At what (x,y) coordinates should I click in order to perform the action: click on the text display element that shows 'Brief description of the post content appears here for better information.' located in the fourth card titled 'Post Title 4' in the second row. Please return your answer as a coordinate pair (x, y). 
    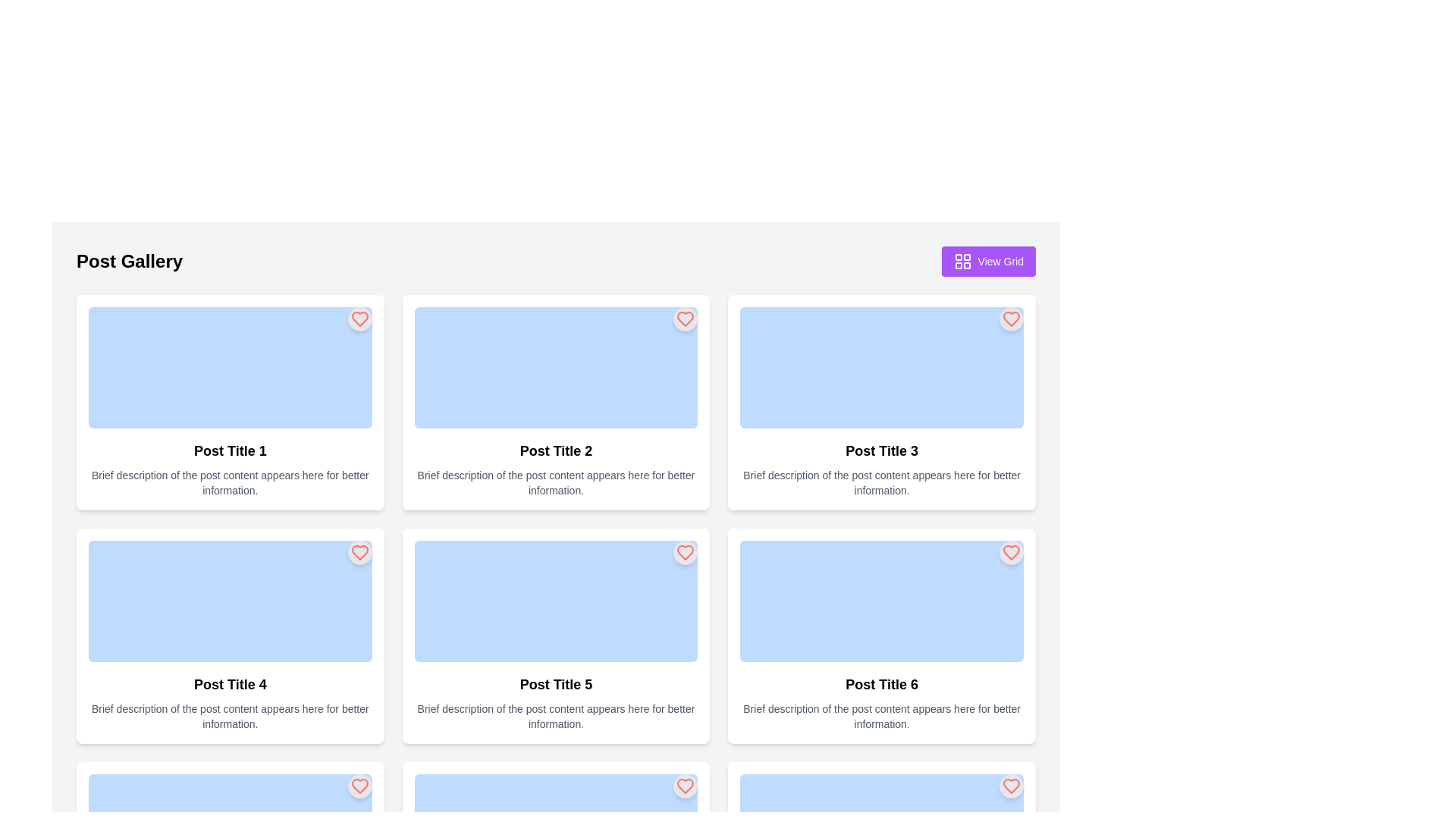
    Looking at the image, I should click on (229, 717).